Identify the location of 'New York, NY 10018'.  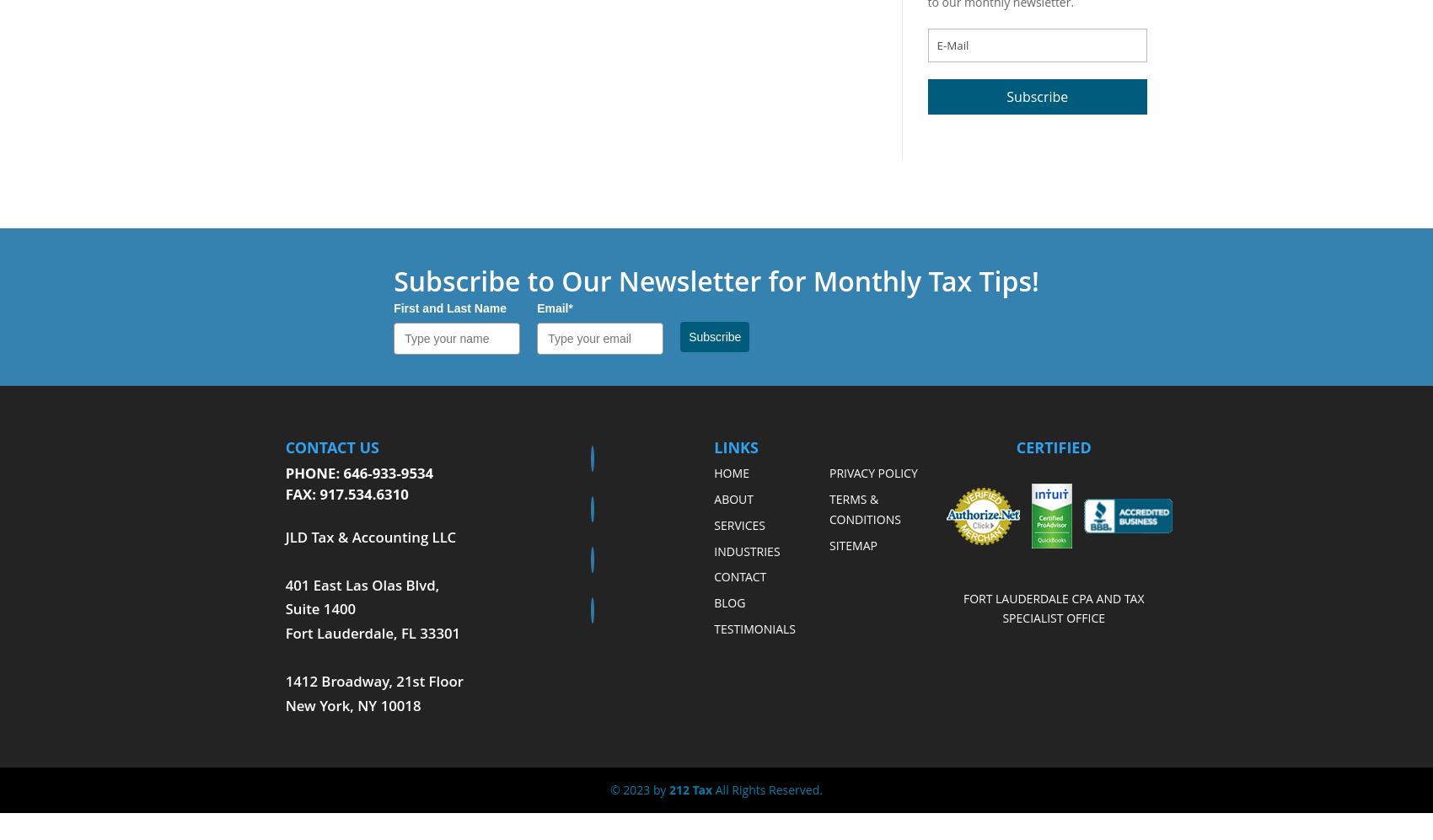
(352, 704).